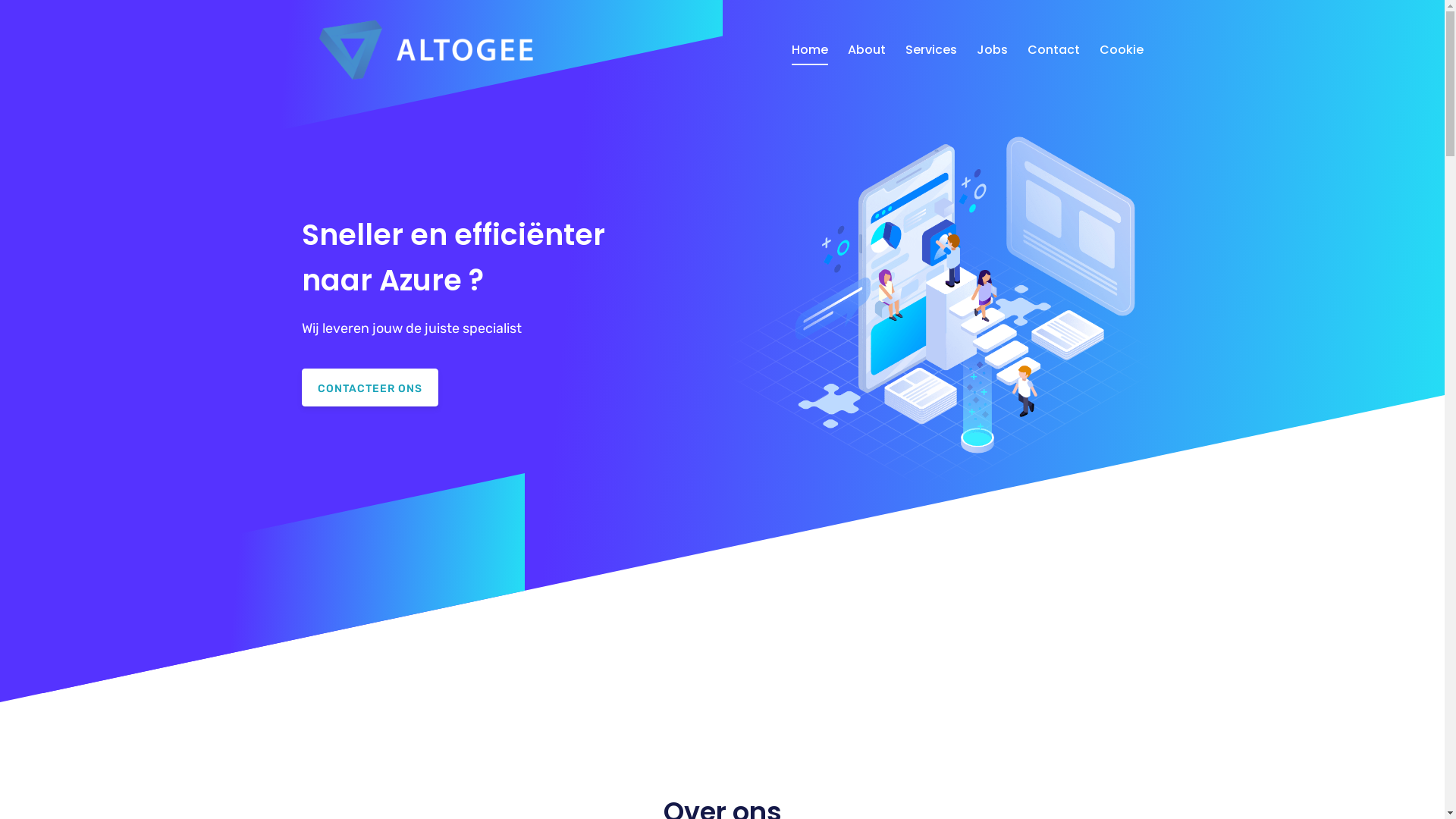 This screenshot has height=819, width=1456. What do you see at coordinates (370, 386) in the screenshot?
I see `'CONTACTEER ONS'` at bounding box center [370, 386].